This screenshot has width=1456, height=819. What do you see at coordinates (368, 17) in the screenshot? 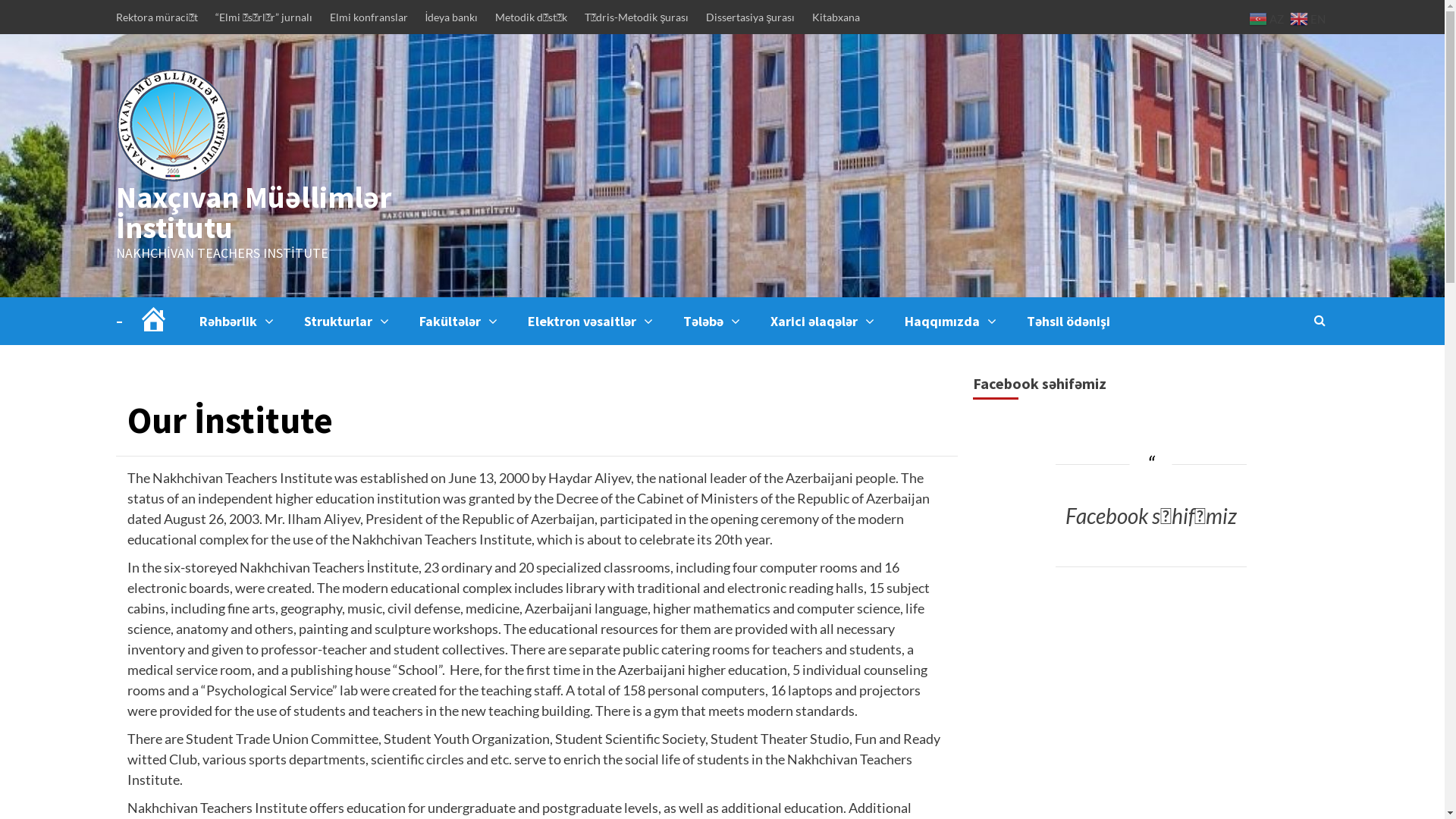
I see `'Elmi konfranslar'` at bounding box center [368, 17].